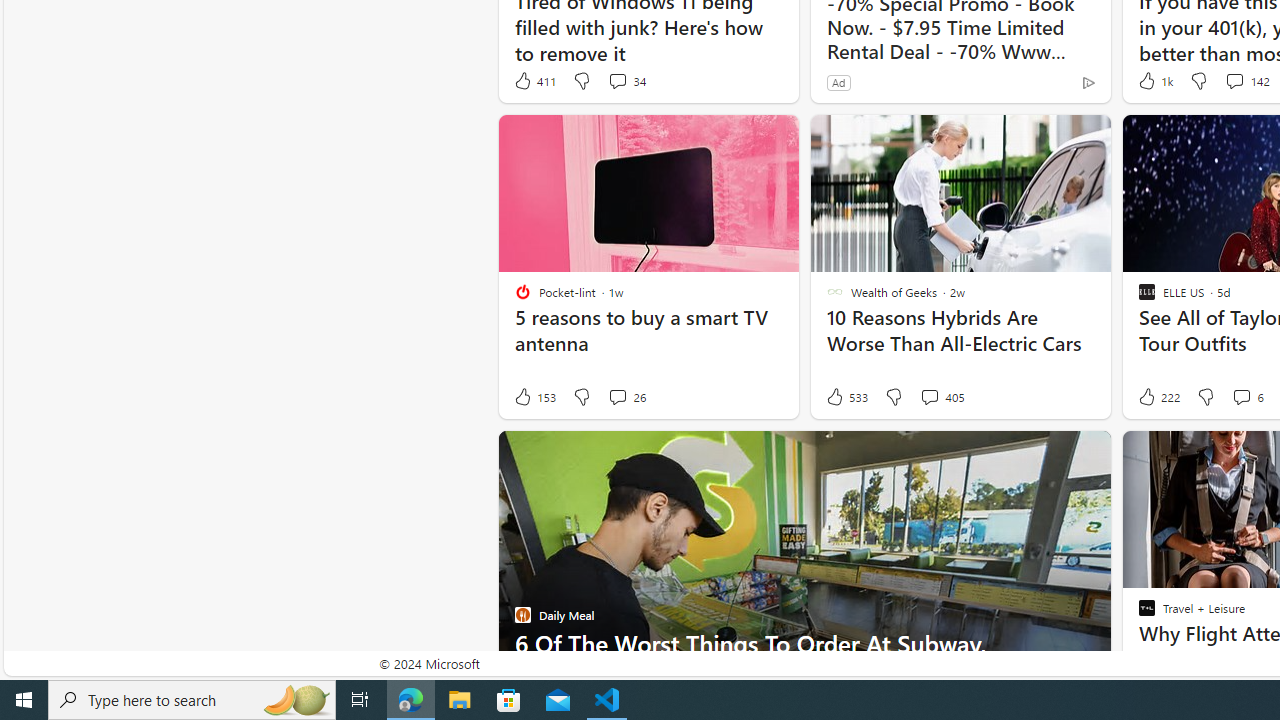 The width and height of the screenshot is (1280, 720). Describe the element at coordinates (625, 397) in the screenshot. I see `'View comments 26 Comment'` at that location.